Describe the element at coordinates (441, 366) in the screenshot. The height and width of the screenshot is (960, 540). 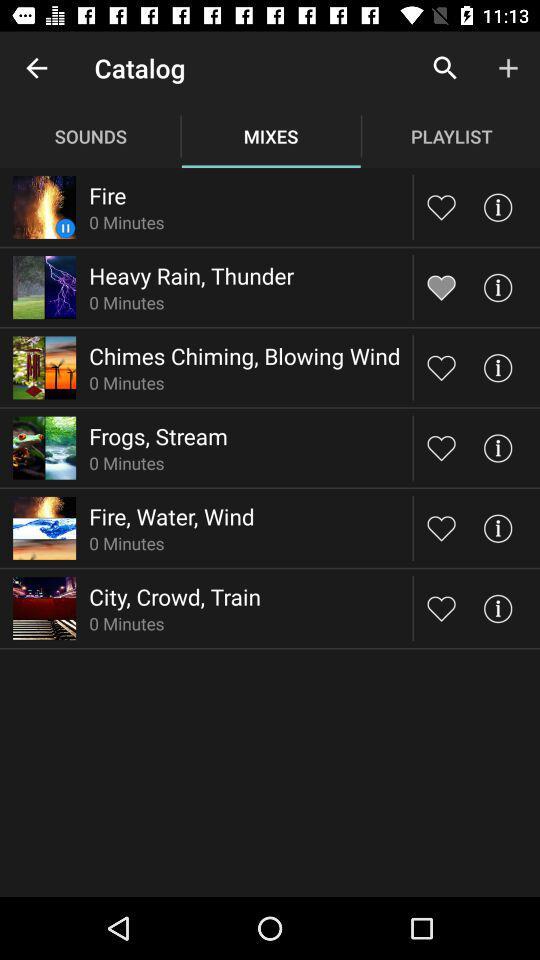
I see `like button to choose` at that location.